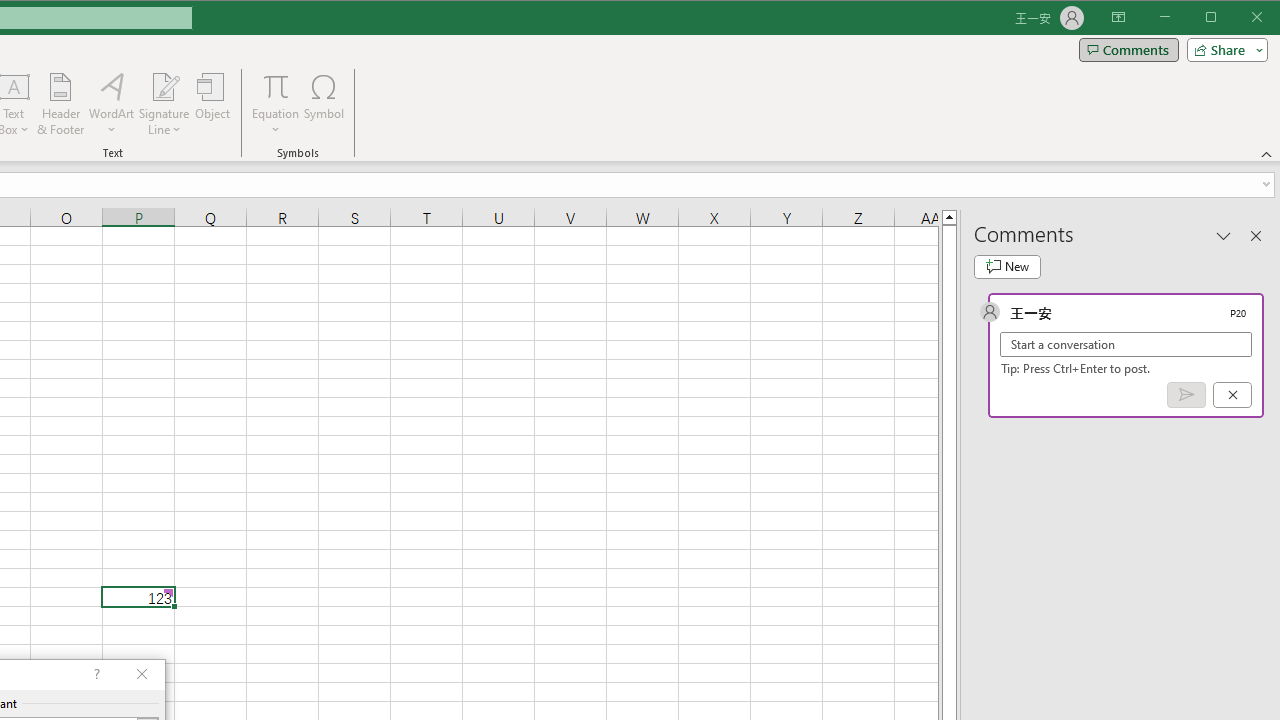 The height and width of the screenshot is (720, 1280). I want to click on 'New comment', so click(1007, 266).